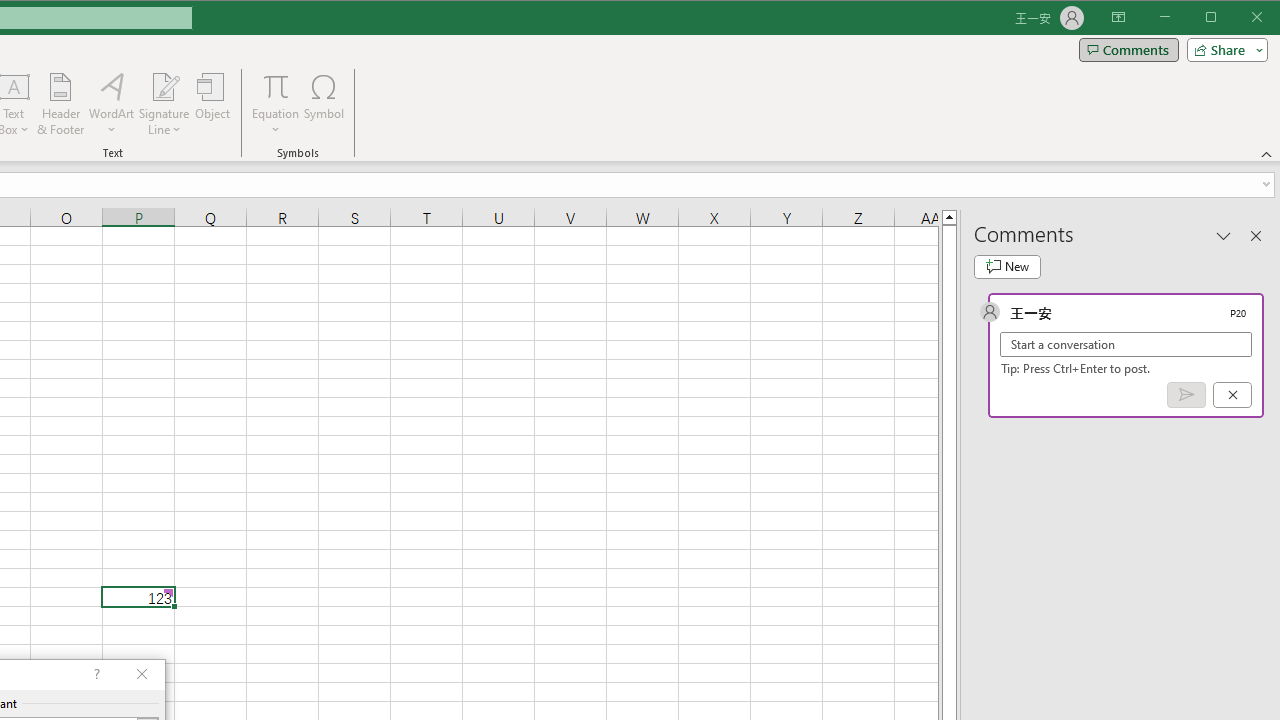 The height and width of the screenshot is (720, 1280). I want to click on 'New comment', so click(1007, 266).